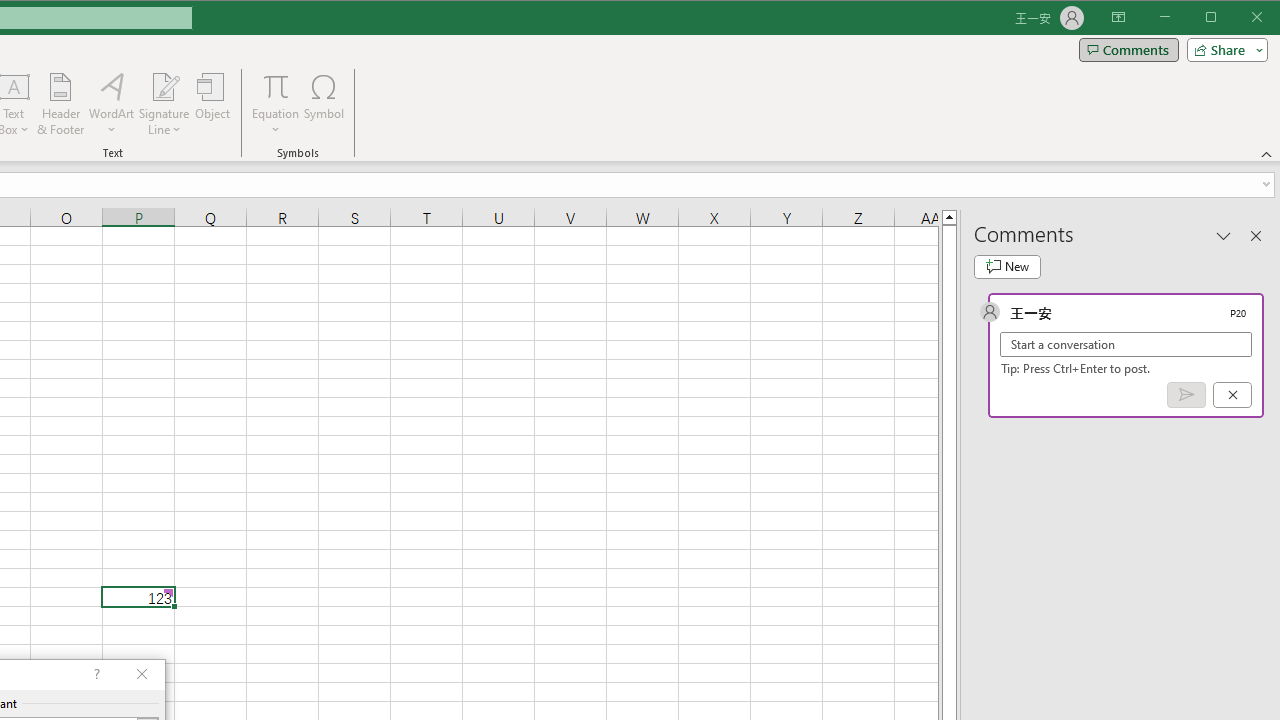 The height and width of the screenshot is (720, 1280). I want to click on 'New comment', so click(1007, 266).